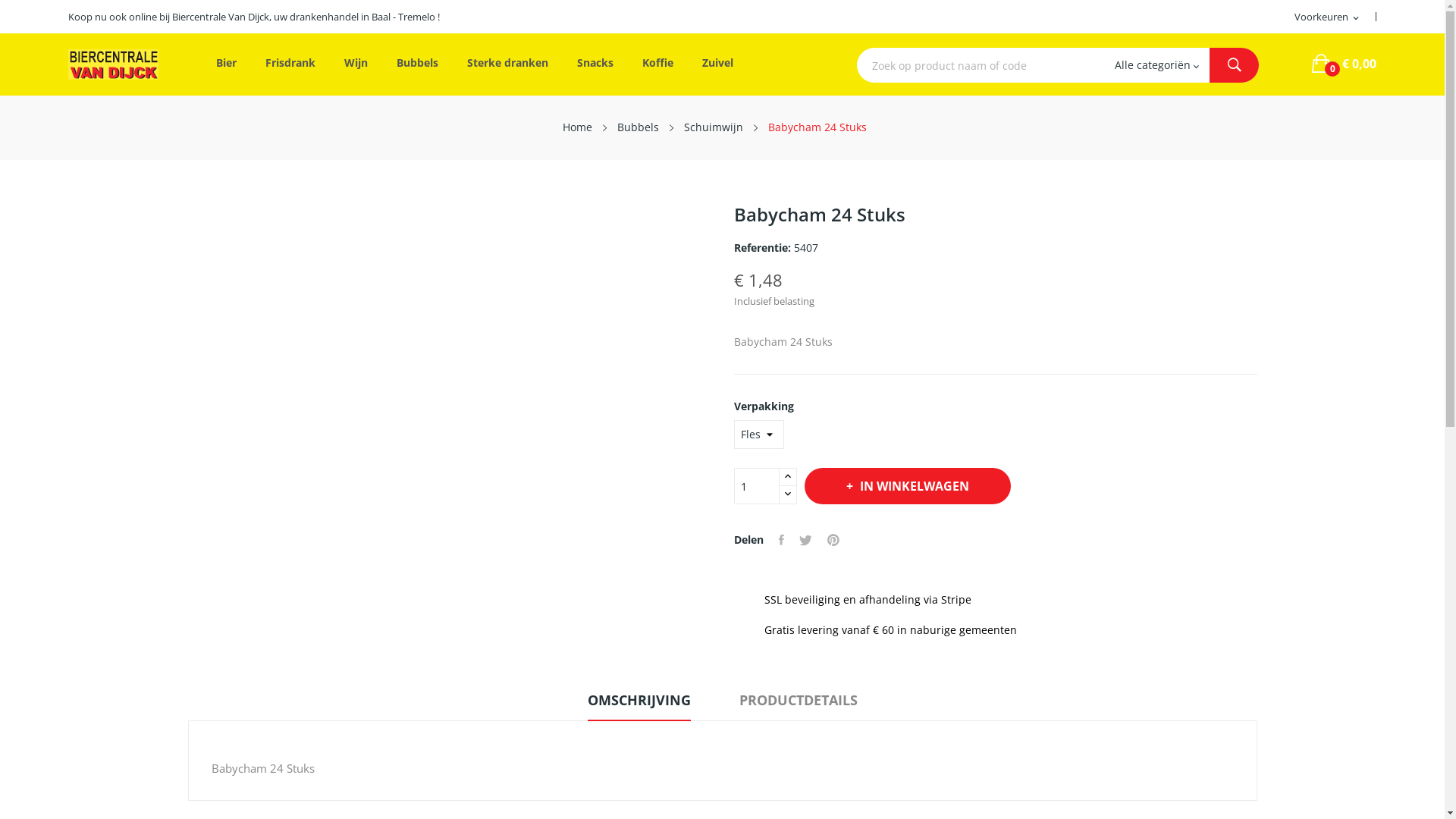 The width and height of the screenshot is (1456, 819). What do you see at coordinates (355, 63) in the screenshot?
I see `'Wijn'` at bounding box center [355, 63].